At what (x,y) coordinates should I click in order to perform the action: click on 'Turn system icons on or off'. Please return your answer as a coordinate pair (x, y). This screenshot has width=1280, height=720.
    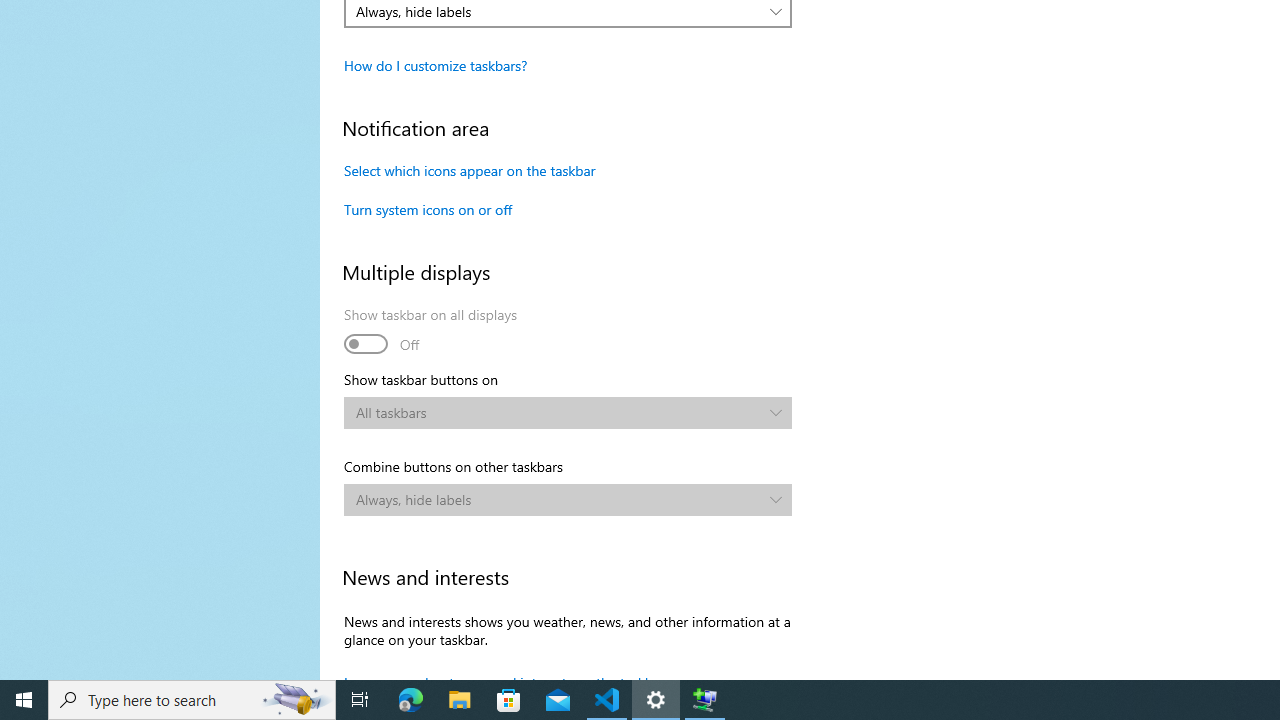
    Looking at the image, I should click on (427, 209).